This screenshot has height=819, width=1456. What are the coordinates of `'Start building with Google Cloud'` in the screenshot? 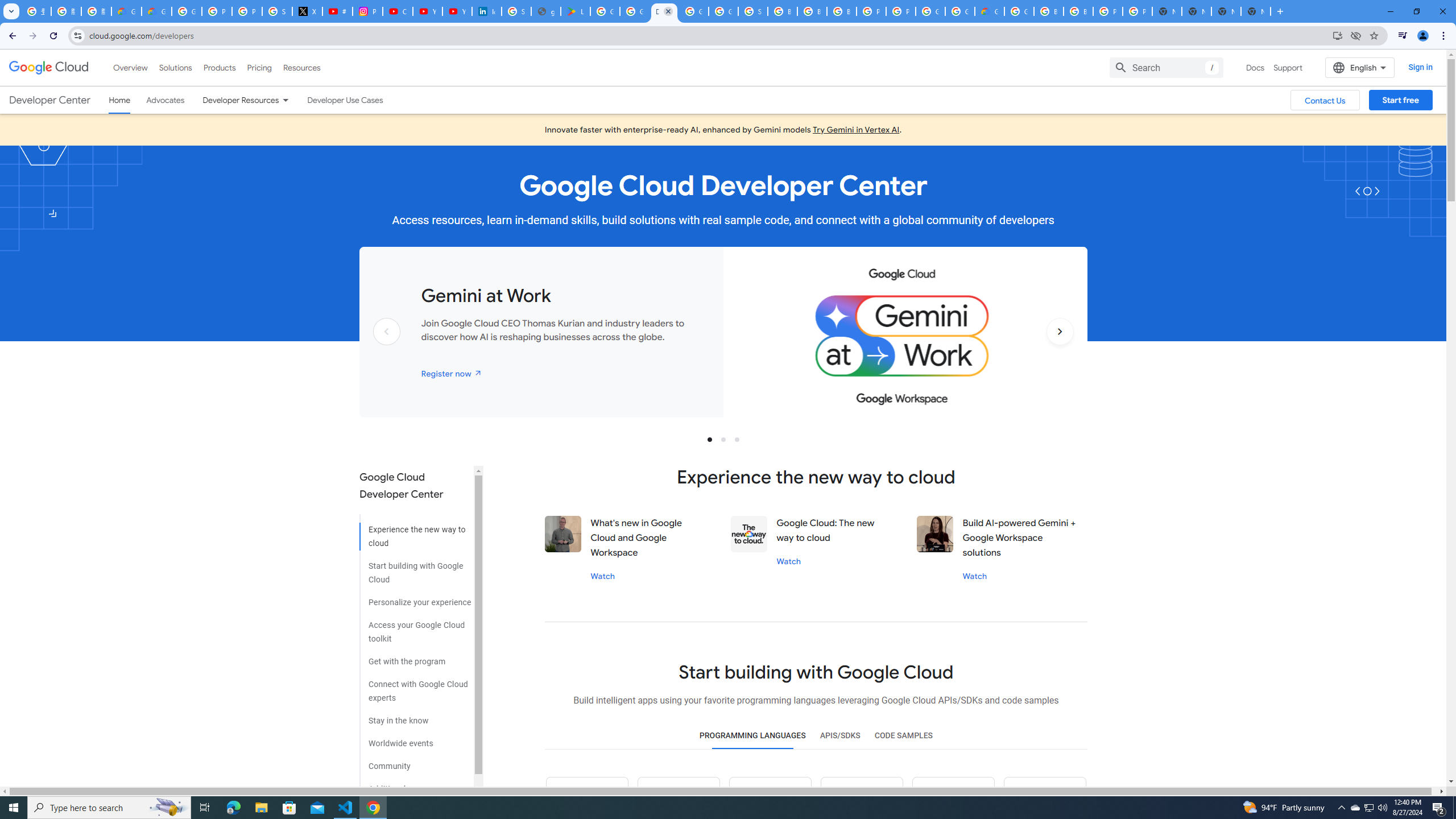 It's located at (415, 568).